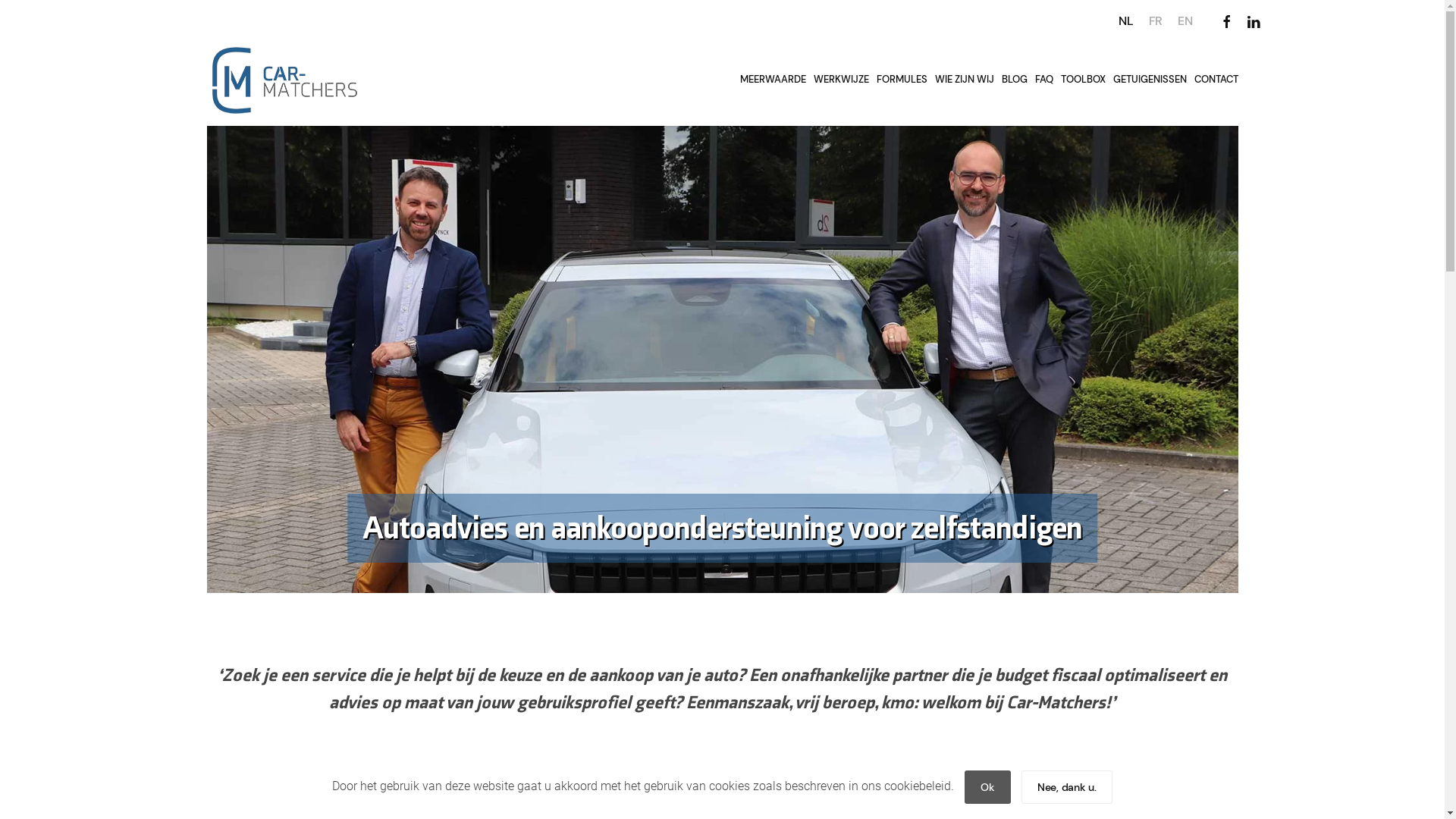 The height and width of the screenshot is (819, 1456). I want to click on 'EN', so click(1184, 20).